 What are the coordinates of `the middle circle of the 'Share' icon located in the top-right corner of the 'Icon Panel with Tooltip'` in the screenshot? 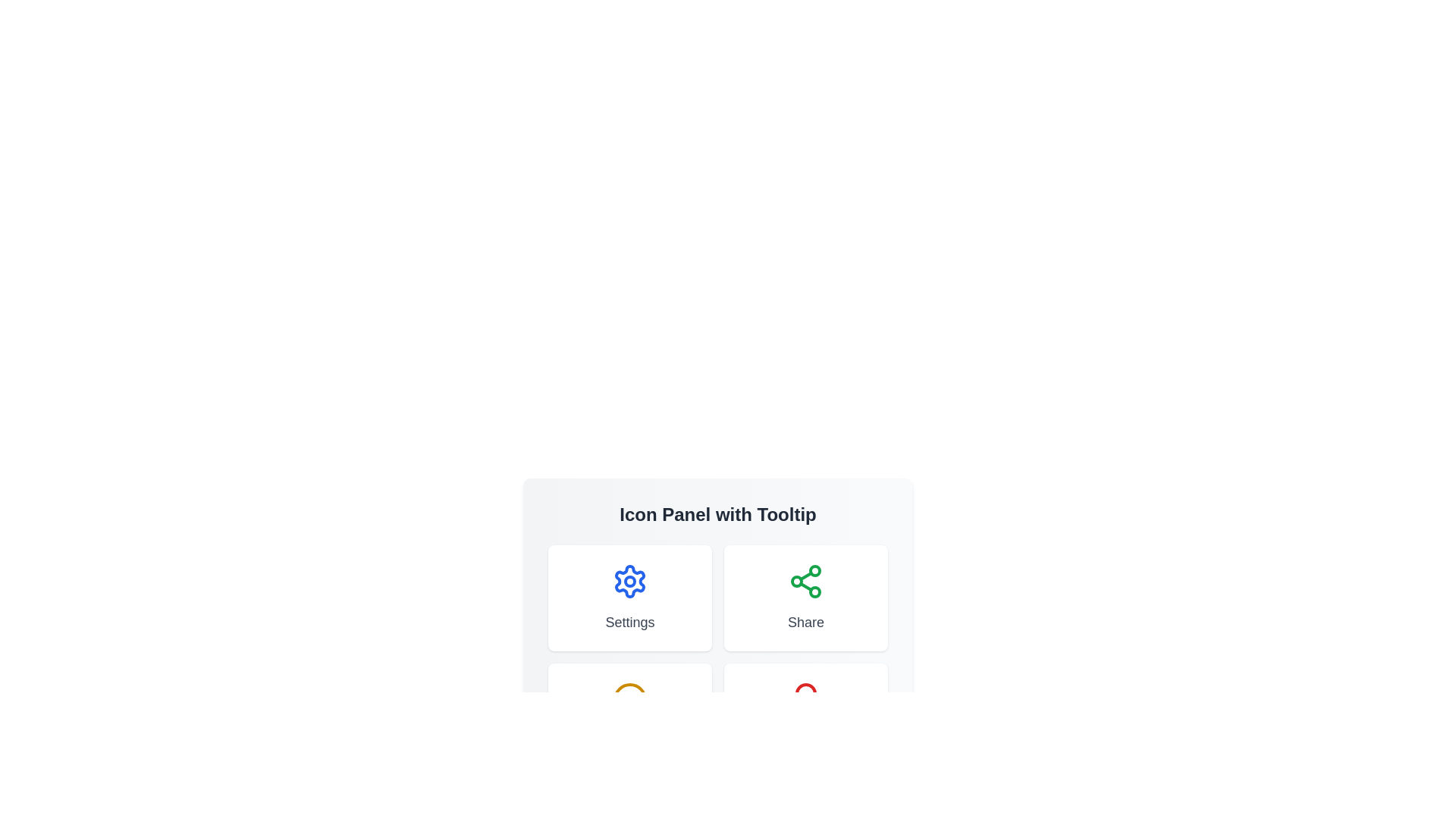 It's located at (796, 581).